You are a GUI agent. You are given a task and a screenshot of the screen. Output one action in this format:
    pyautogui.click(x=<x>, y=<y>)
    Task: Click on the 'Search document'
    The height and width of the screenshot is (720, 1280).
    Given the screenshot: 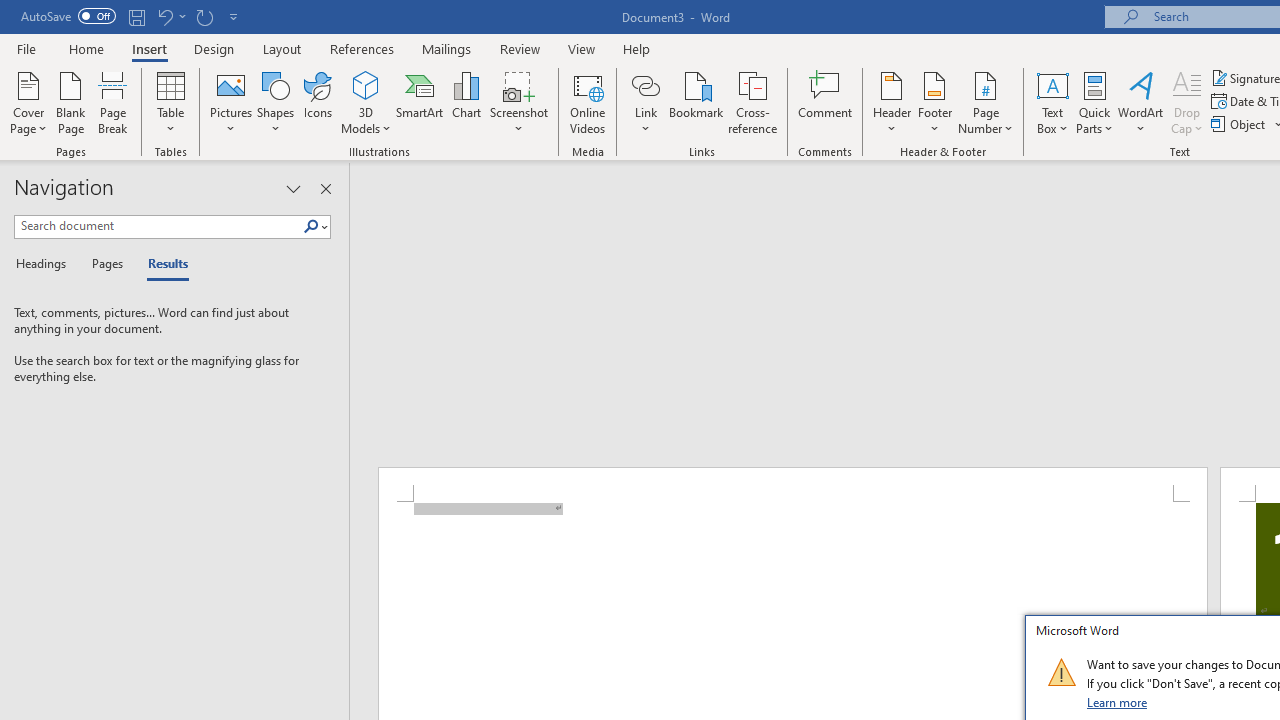 What is the action you would take?
    pyautogui.click(x=157, y=225)
    